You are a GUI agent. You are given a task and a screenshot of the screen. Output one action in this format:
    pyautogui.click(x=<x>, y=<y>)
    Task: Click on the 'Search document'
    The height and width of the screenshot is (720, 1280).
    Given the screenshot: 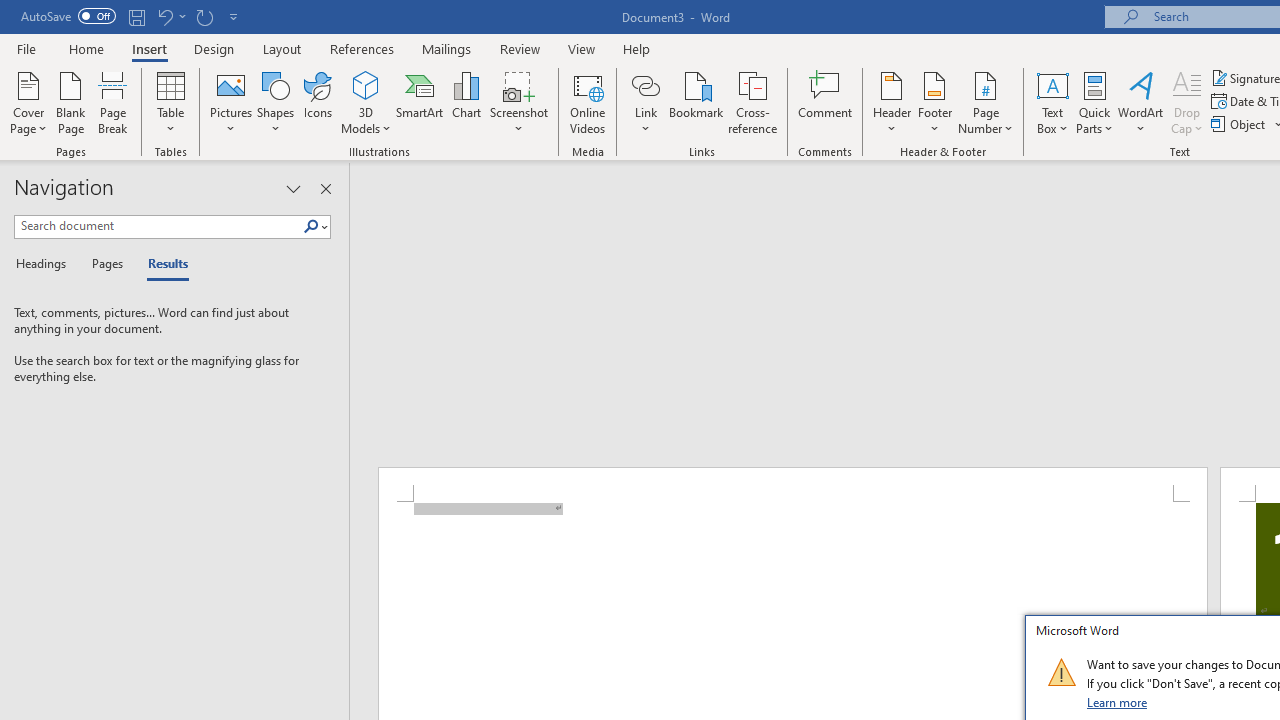 What is the action you would take?
    pyautogui.click(x=157, y=225)
    